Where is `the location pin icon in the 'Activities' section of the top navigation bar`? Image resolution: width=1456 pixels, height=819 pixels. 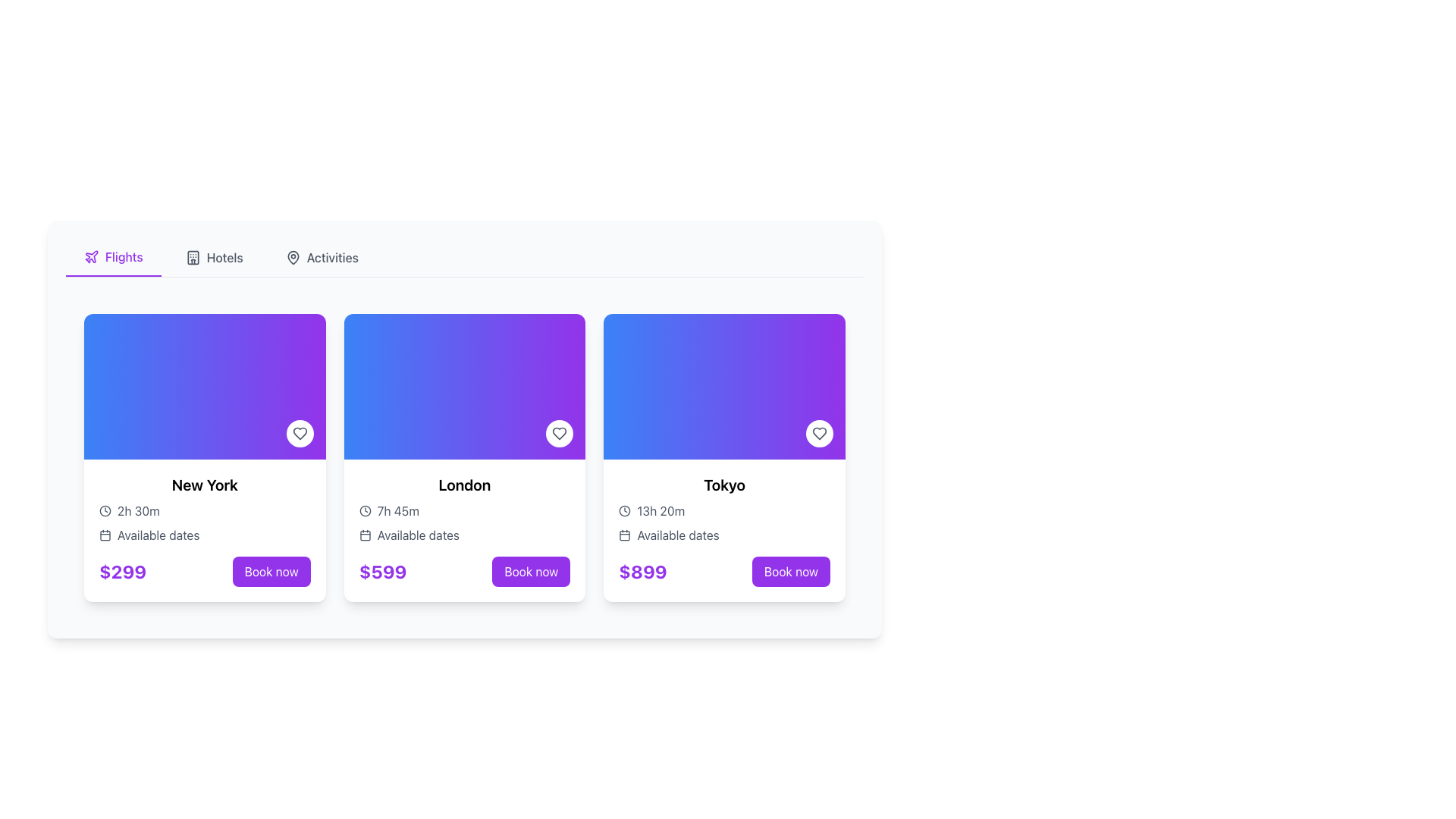
the location pin icon in the 'Activities' section of the top navigation bar is located at coordinates (293, 256).